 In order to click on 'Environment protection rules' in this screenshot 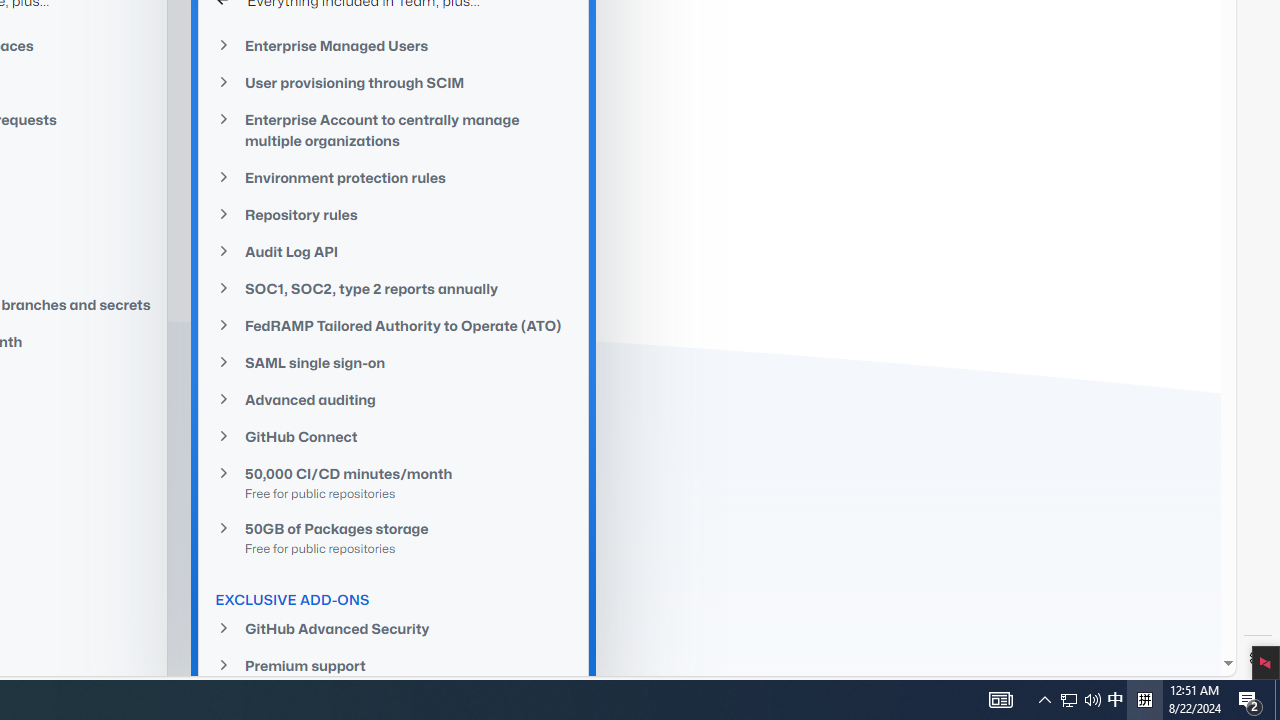, I will do `click(394, 177)`.